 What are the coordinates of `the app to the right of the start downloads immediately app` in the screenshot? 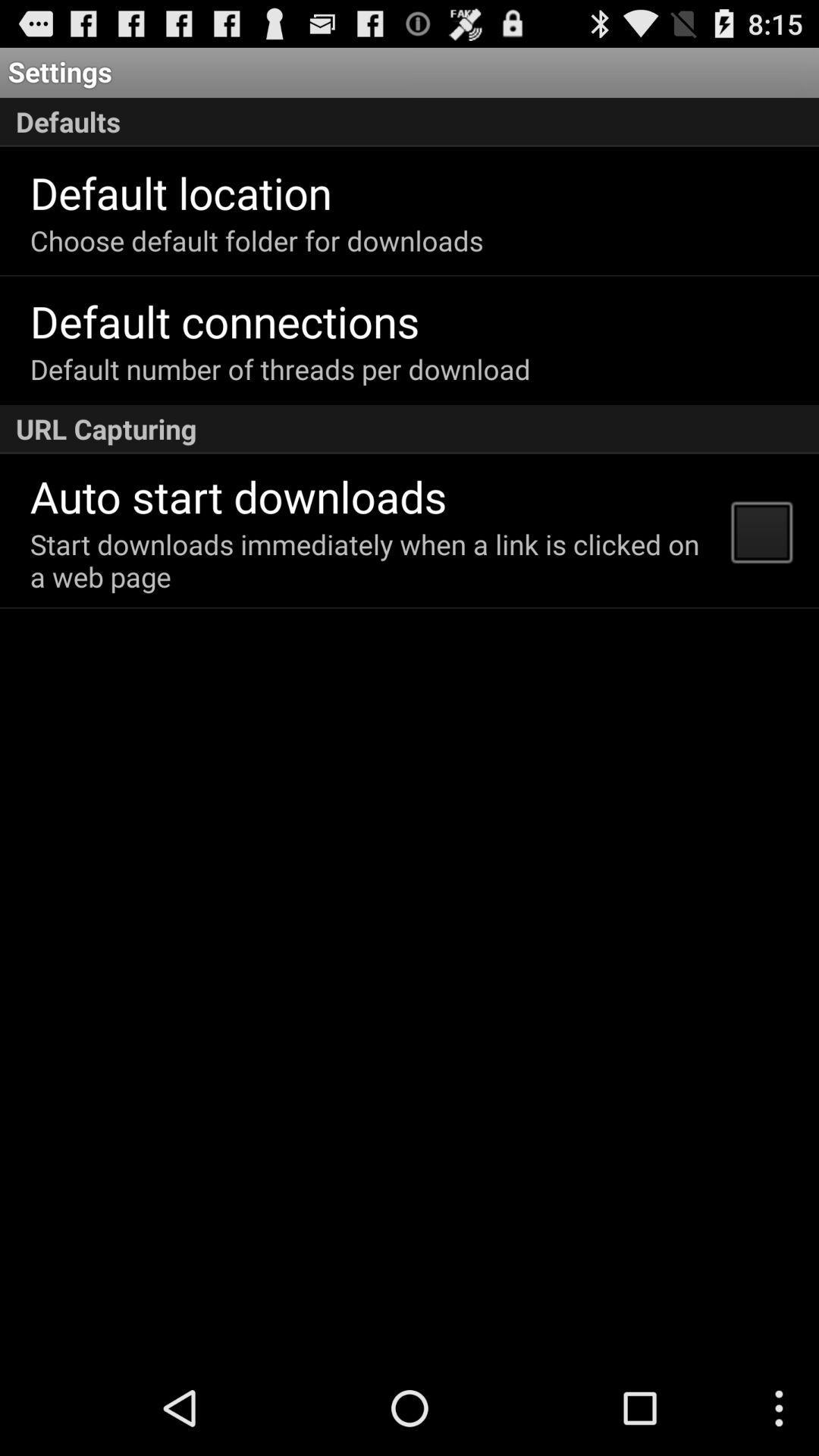 It's located at (761, 531).